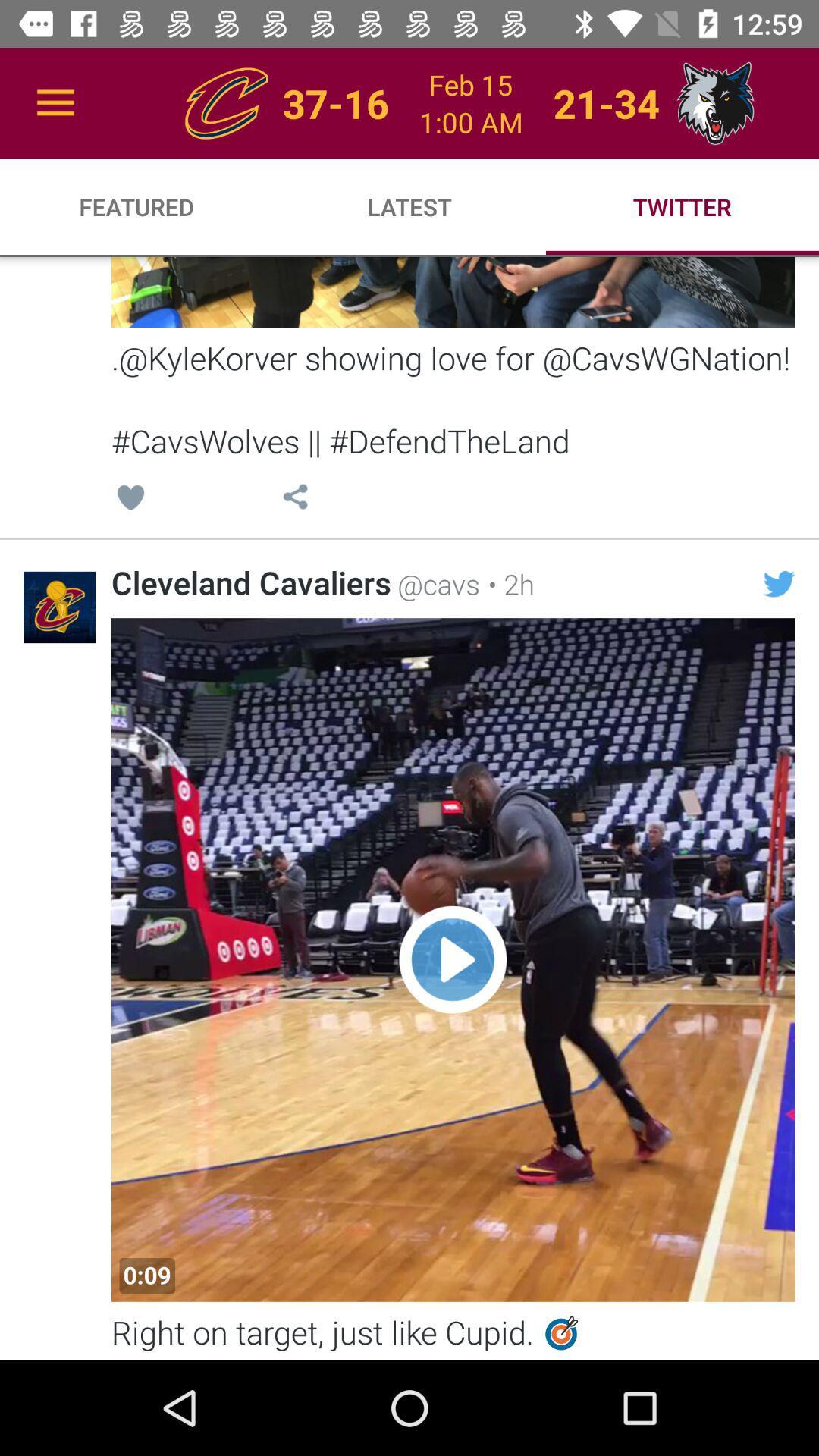 The image size is (819, 1456). Describe the element at coordinates (435, 583) in the screenshot. I see `the @cavs` at that location.